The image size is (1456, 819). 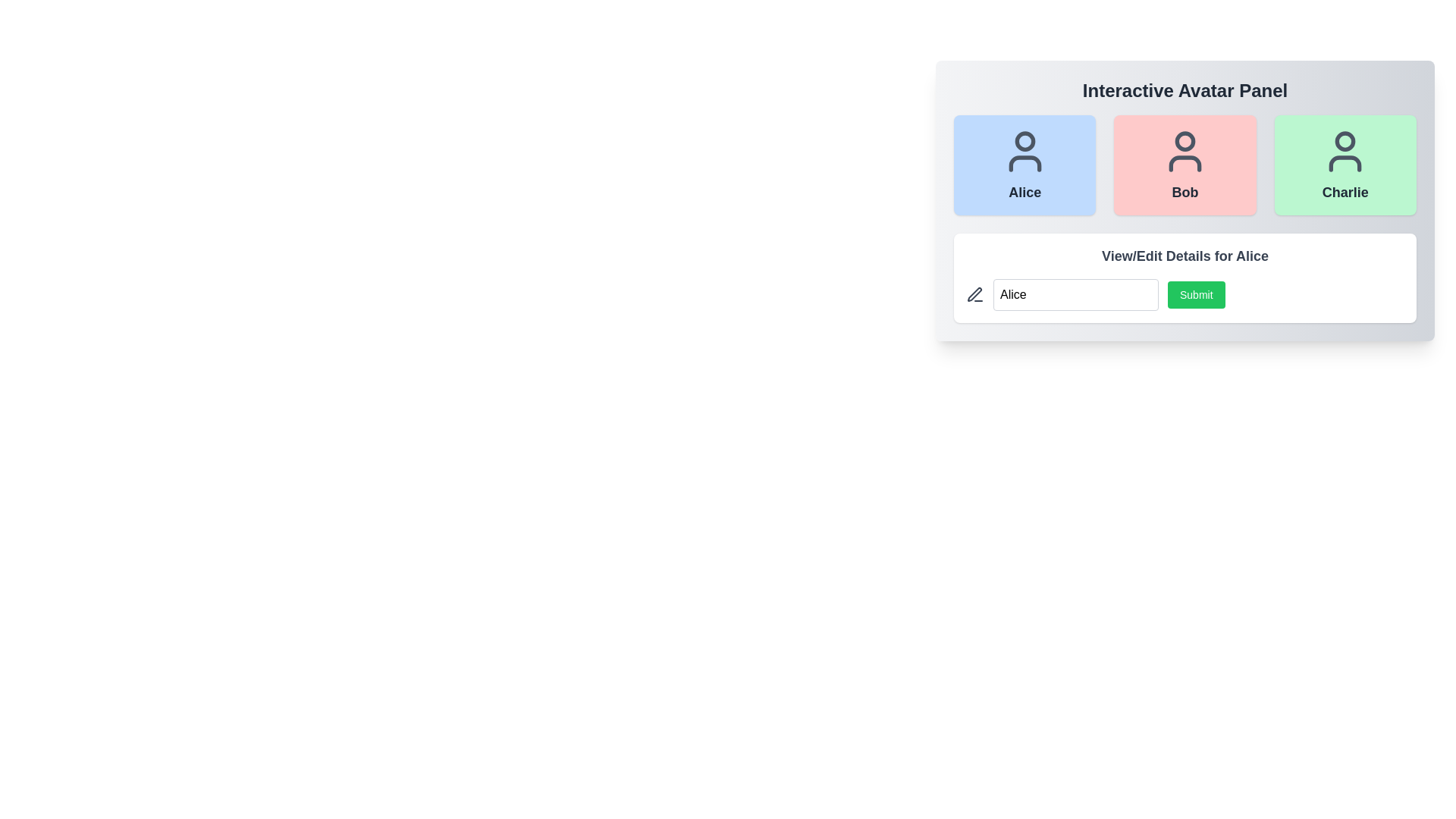 What do you see at coordinates (1185, 152) in the screenshot?
I see `the user profile icon represented by a circular head above a semi-circular body, which is located in the middle column of the 'Interactive Avatar Panel' and labeled 'Bob'` at bounding box center [1185, 152].